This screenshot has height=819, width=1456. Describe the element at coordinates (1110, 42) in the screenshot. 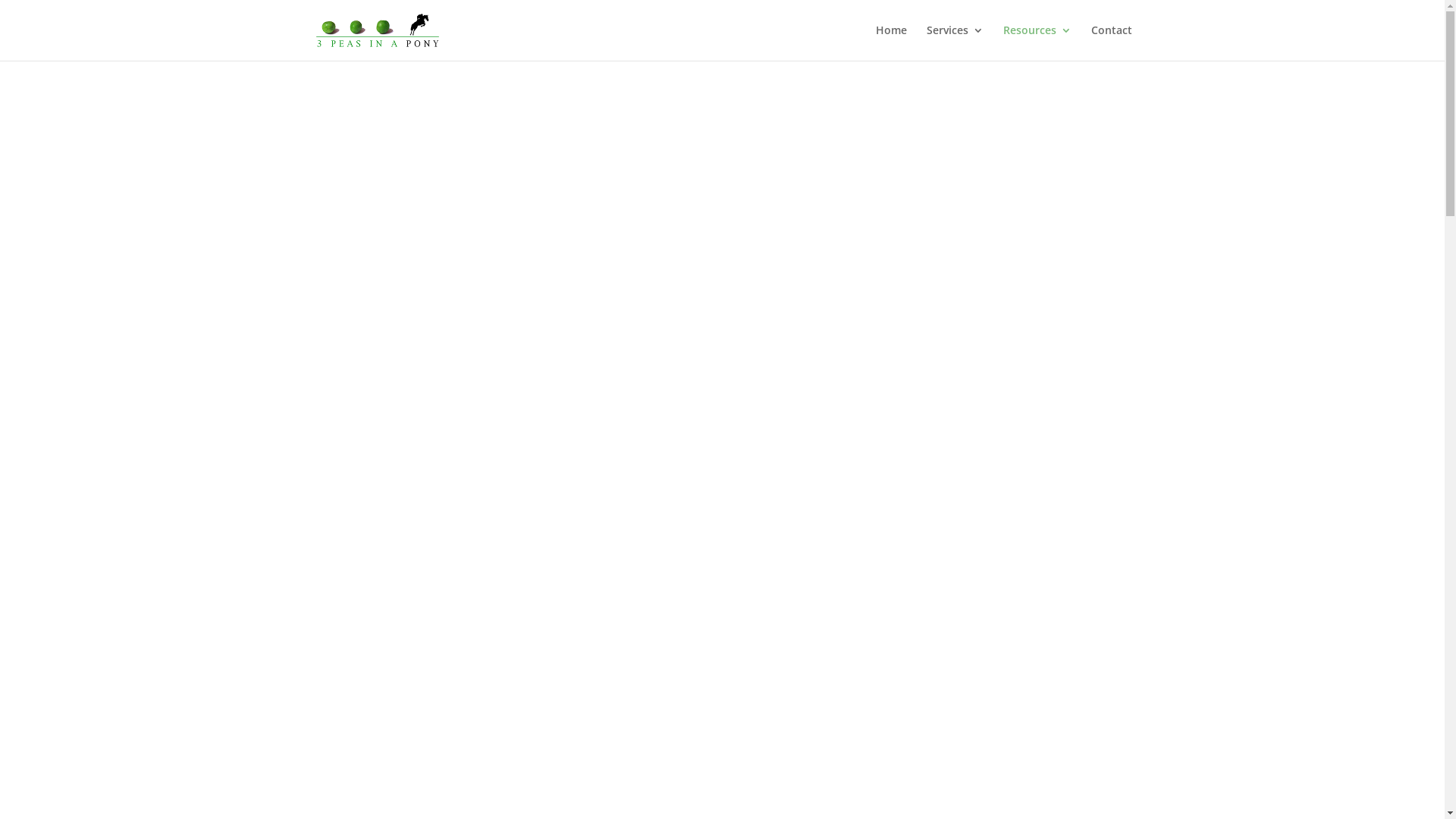

I see `'Contact'` at that location.